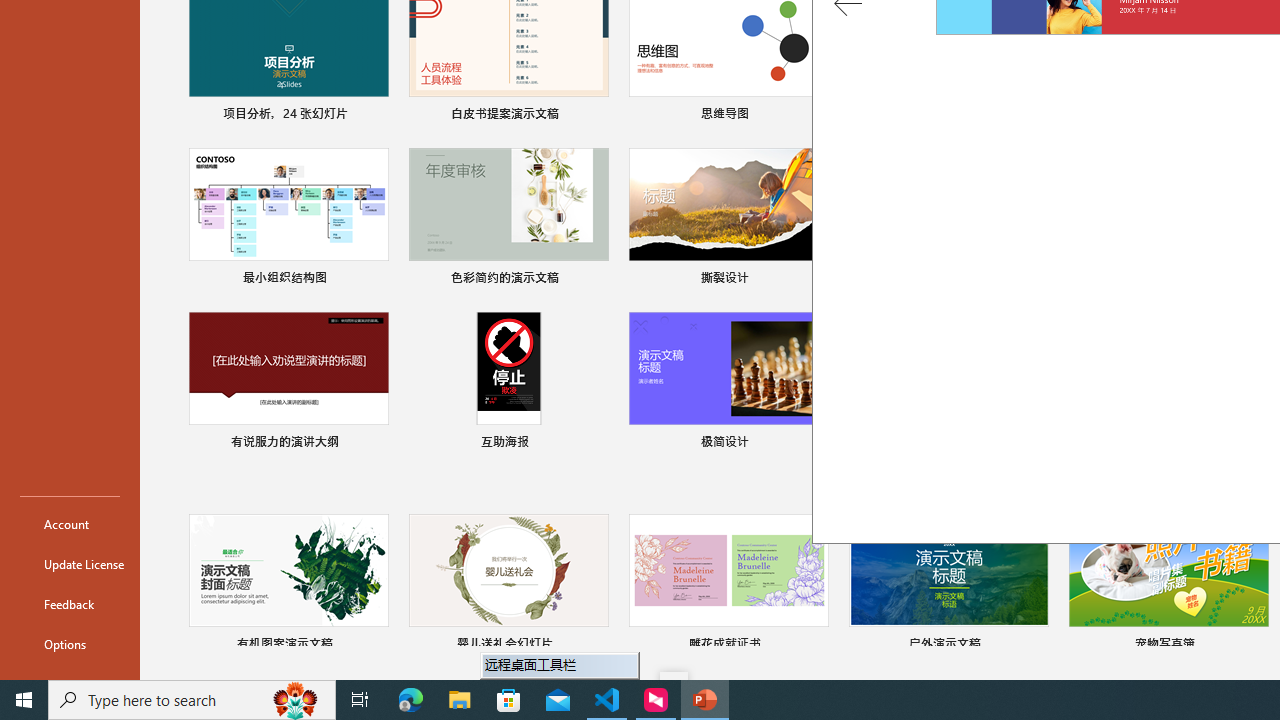 This screenshot has height=720, width=1280. What do you see at coordinates (69, 523) in the screenshot?
I see `'Account'` at bounding box center [69, 523].